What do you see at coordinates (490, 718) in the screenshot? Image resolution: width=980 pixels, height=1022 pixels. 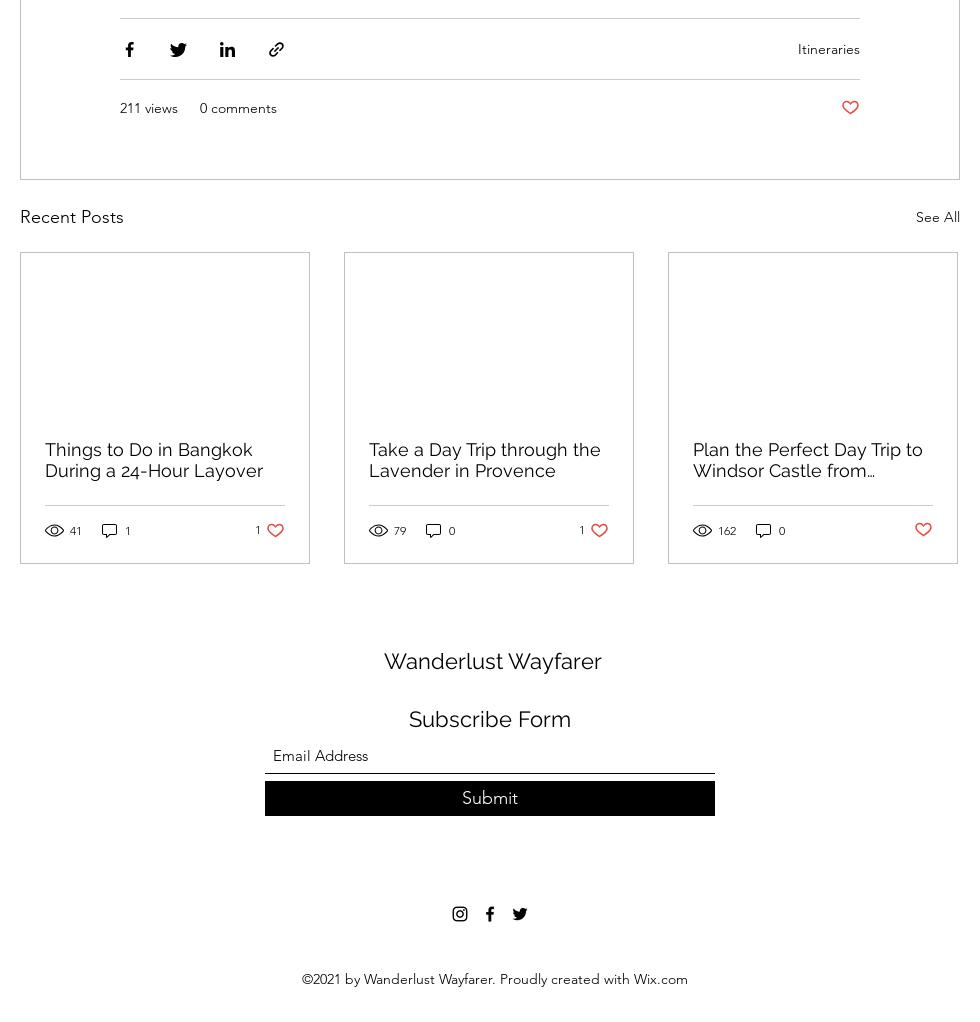 I see `'Subscribe Form'` at bounding box center [490, 718].